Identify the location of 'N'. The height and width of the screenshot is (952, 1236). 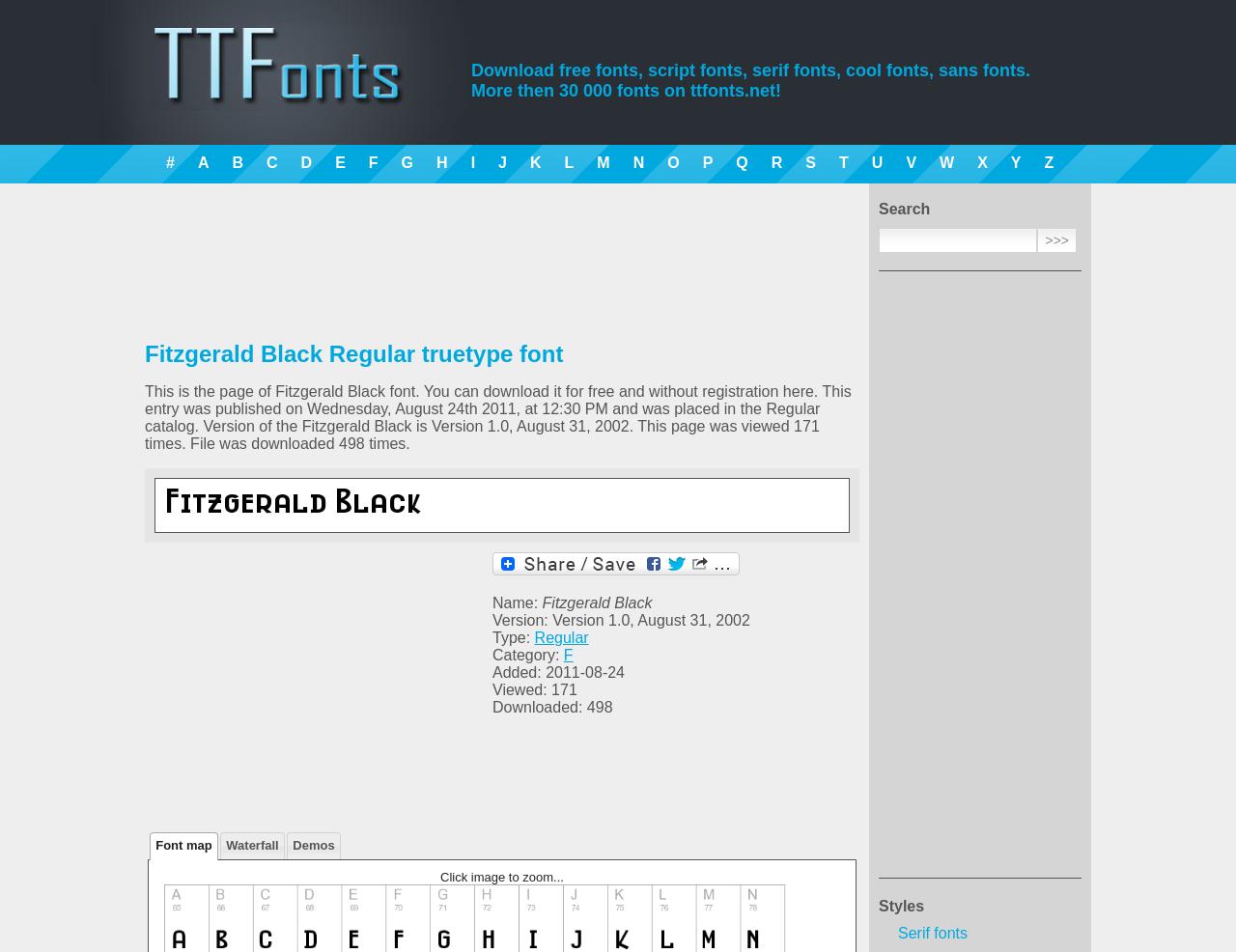
(637, 161).